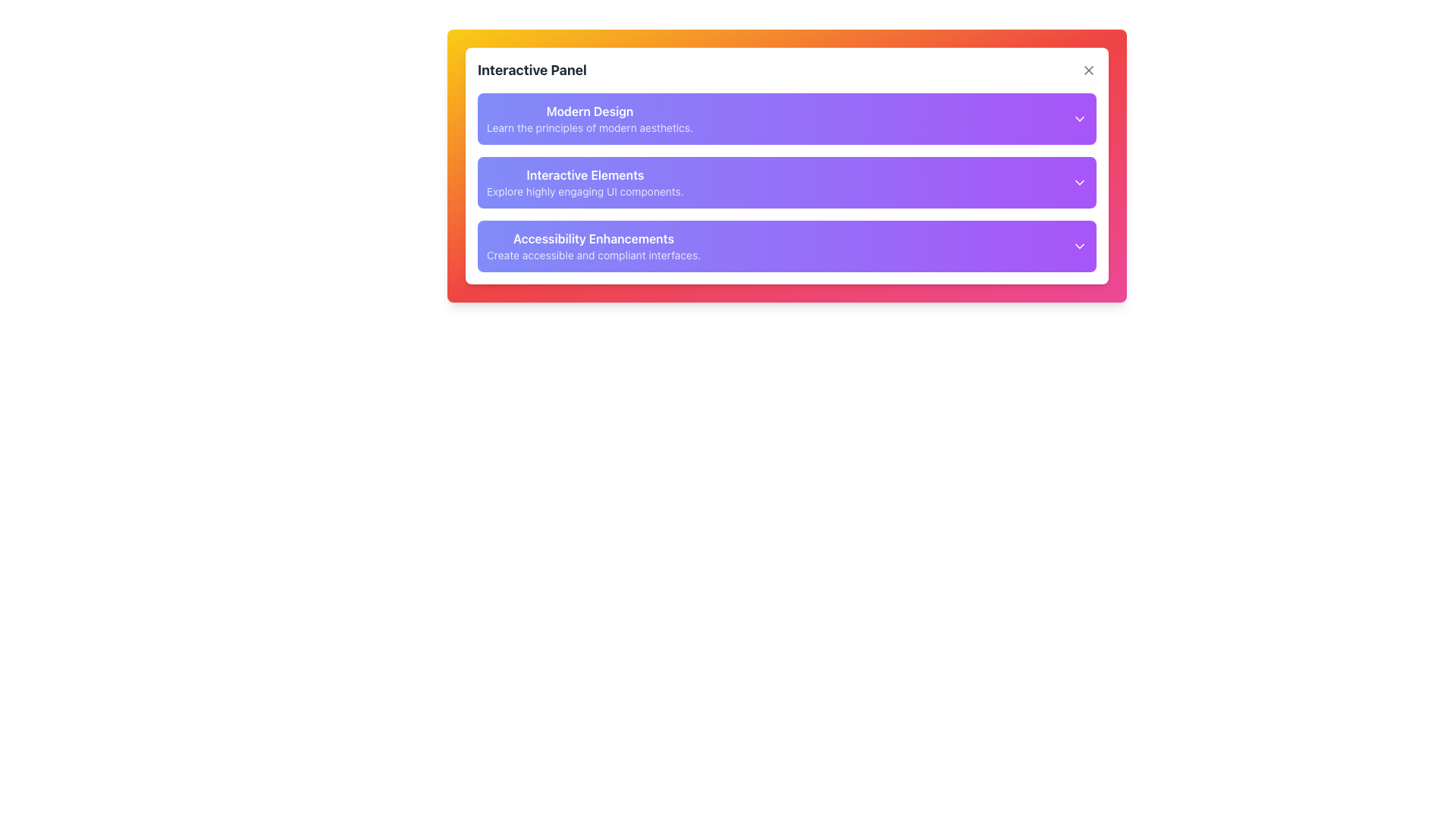 The height and width of the screenshot is (819, 1456). What do you see at coordinates (786, 181) in the screenshot?
I see `the 'Interactive Elements' button for navigation assistance` at bounding box center [786, 181].